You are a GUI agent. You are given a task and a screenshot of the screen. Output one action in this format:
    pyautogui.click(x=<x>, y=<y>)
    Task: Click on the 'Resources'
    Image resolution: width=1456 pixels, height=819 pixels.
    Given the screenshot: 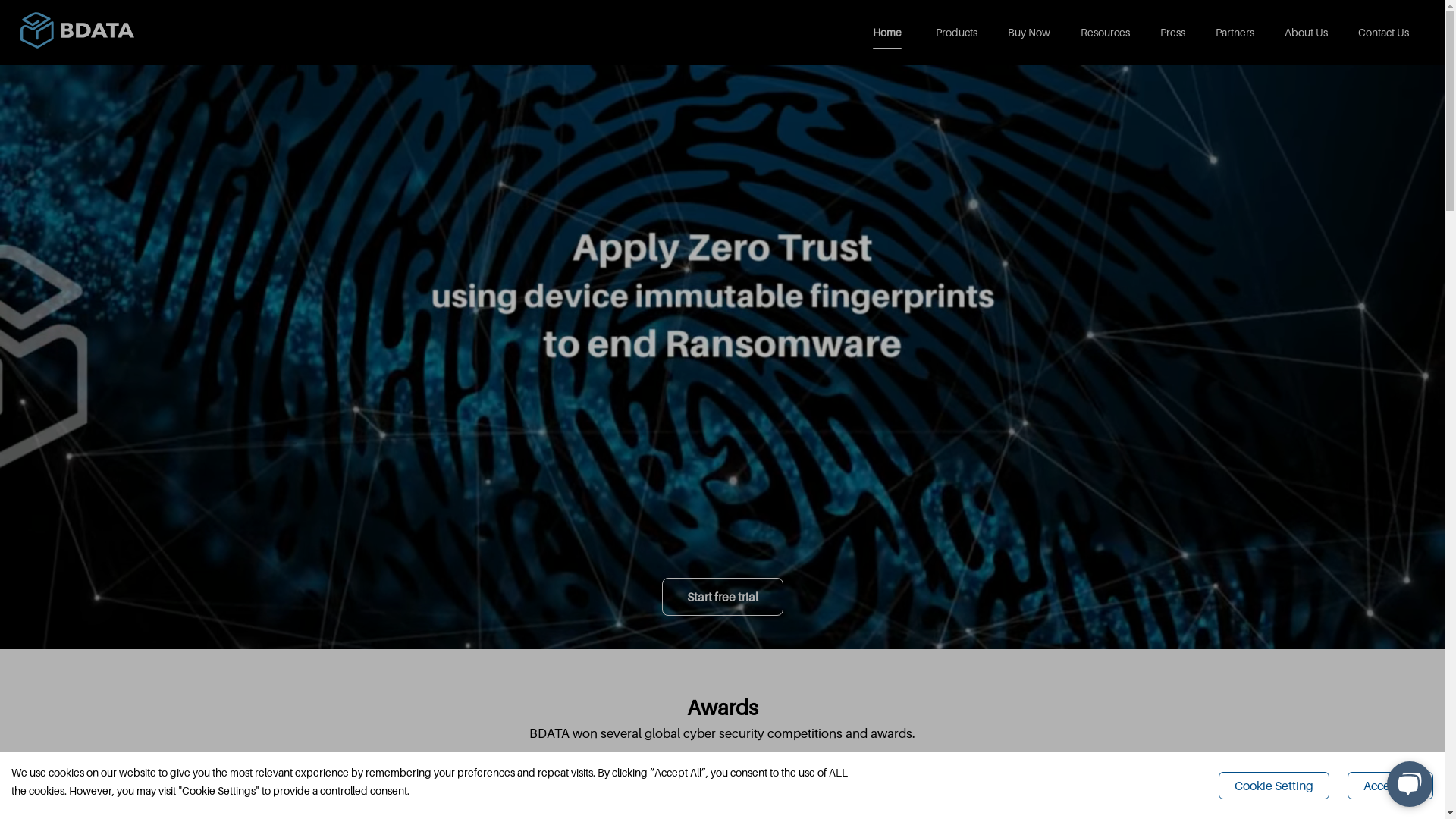 What is the action you would take?
    pyautogui.click(x=1105, y=32)
    